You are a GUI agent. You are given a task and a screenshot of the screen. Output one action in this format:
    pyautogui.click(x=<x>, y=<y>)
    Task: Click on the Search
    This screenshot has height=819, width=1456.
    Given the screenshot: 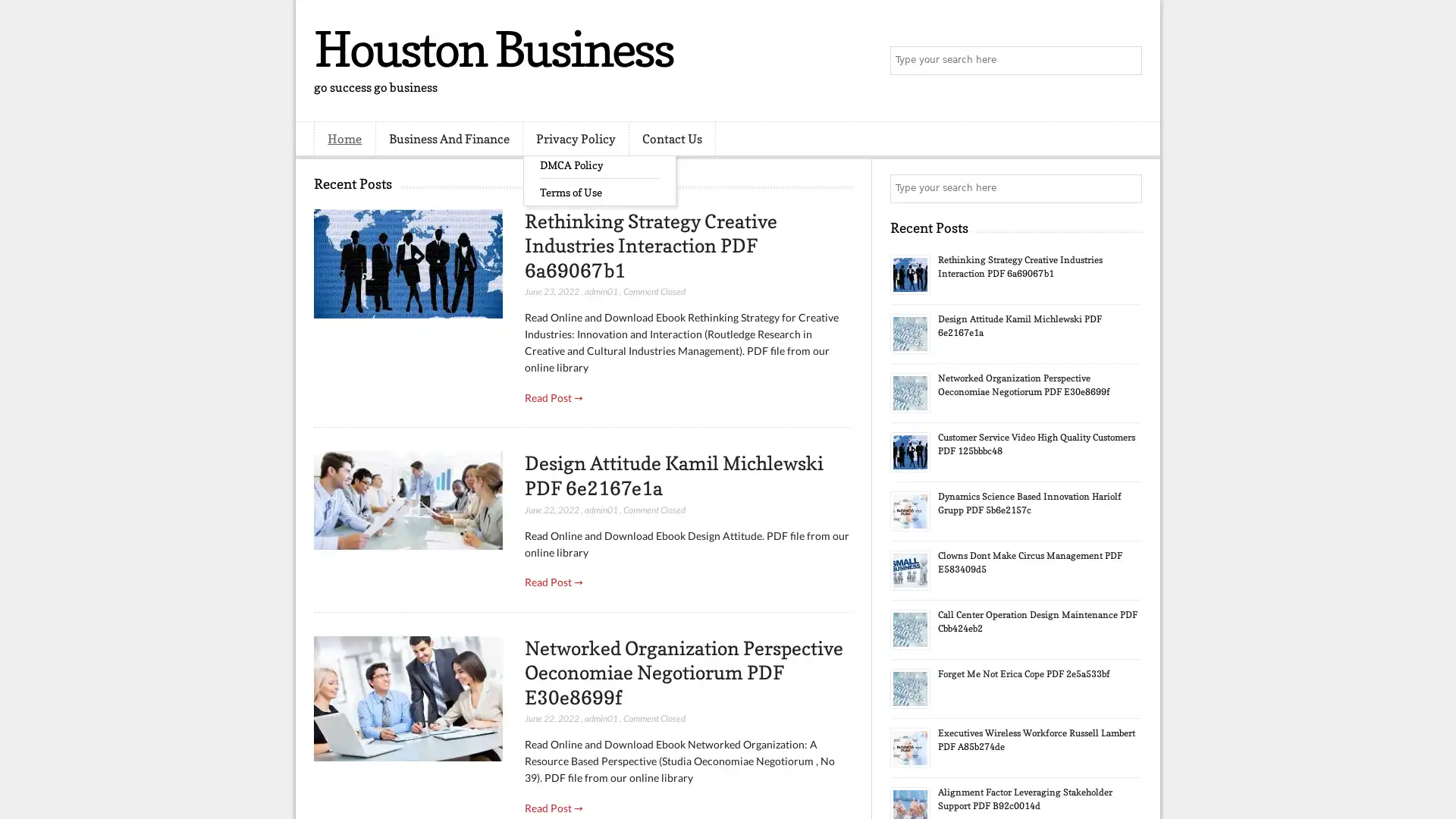 What is the action you would take?
    pyautogui.click(x=1126, y=61)
    